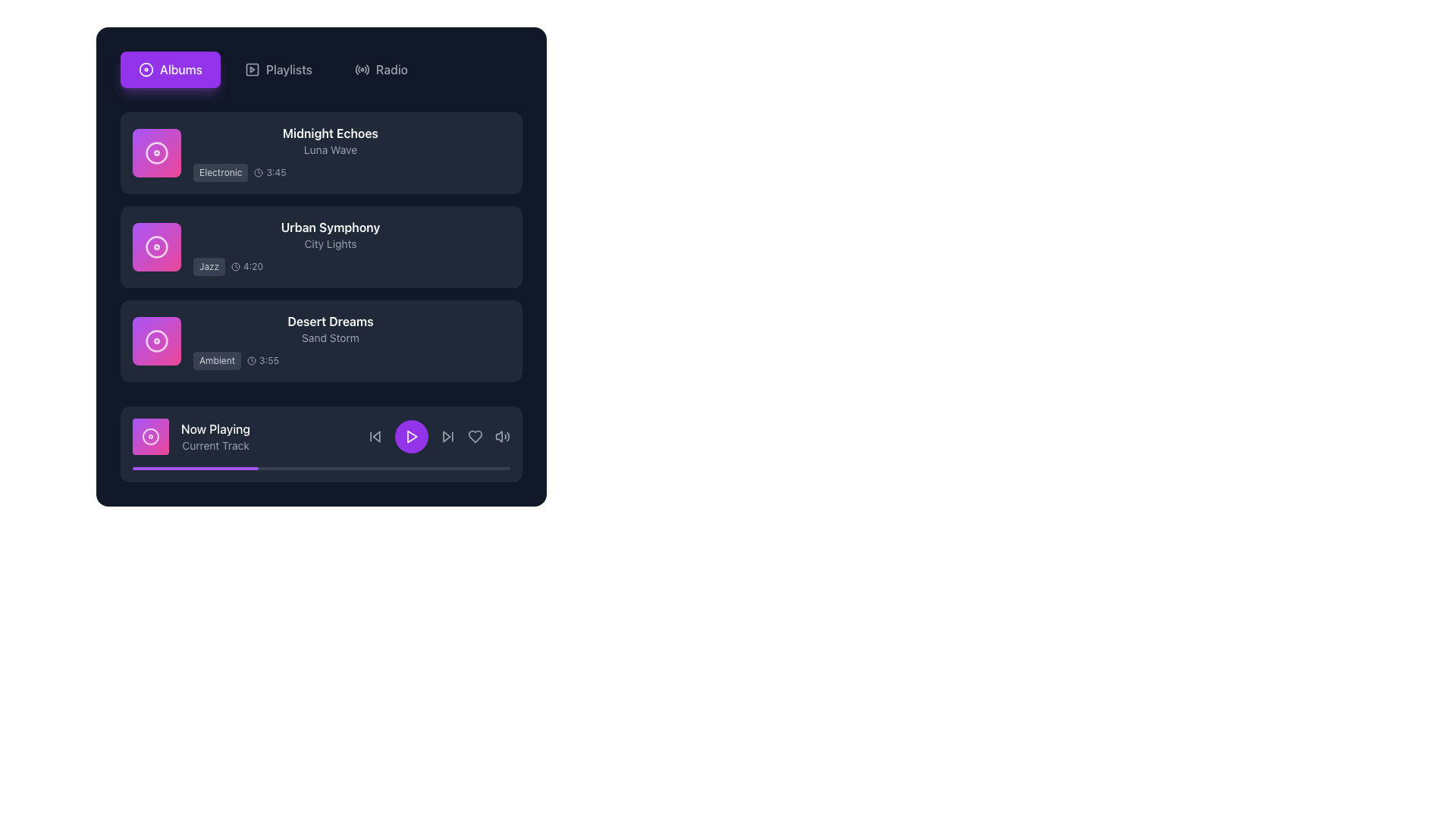  Describe the element at coordinates (375, 436) in the screenshot. I see `the backward skip button located at the far left of the media controls section to observe its hover effect` at that location.